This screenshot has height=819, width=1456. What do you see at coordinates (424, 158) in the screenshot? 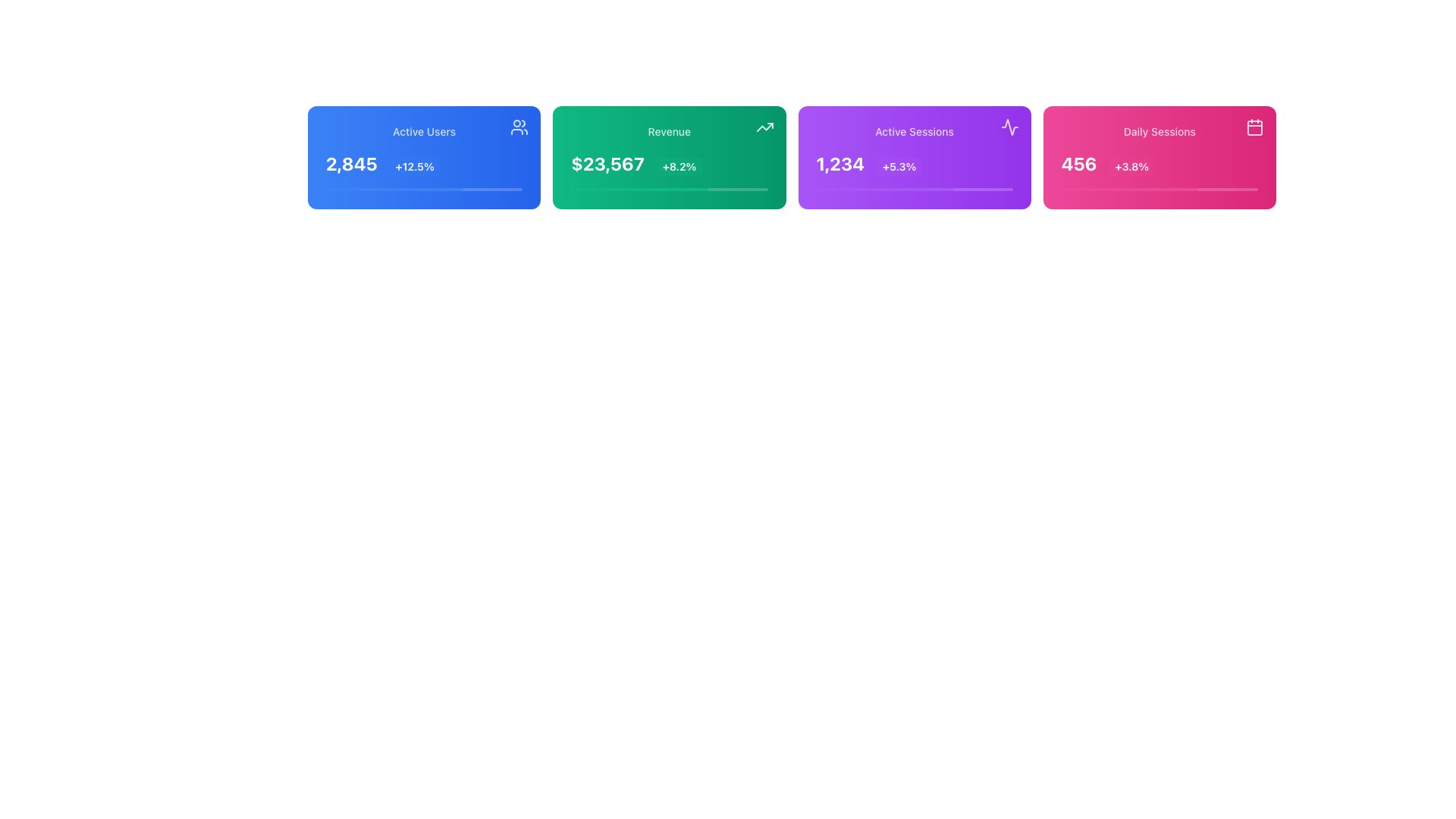
I see `the Summary Panel that provides a summary of the active users metric, located on the leftmost side next to the green panel labeled 'Revenue'` at bounding box center [424, 158].